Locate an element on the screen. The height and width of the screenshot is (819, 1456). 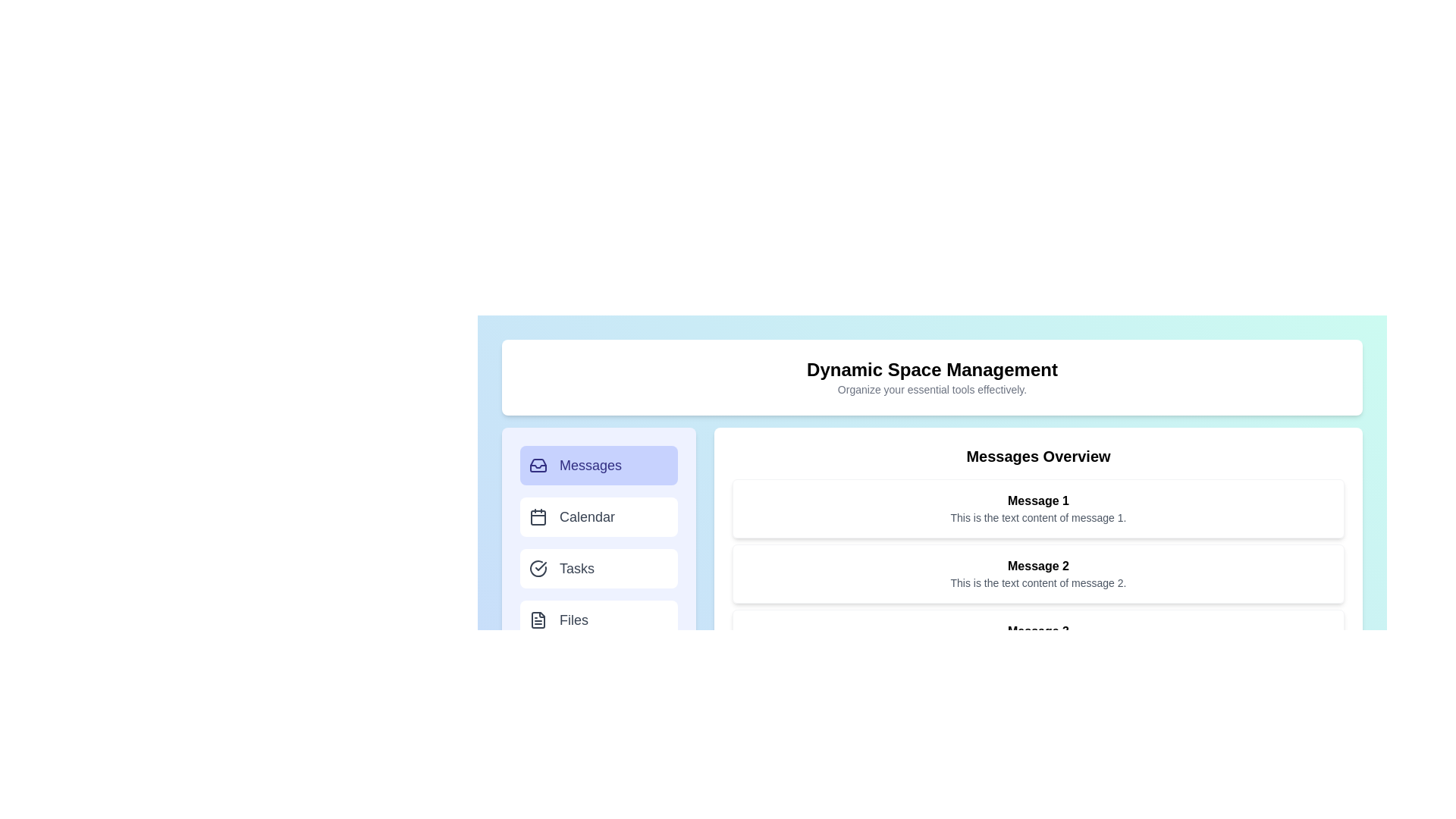
the third informational card located below 'Message 1' and 'Message 2' in the list is located at coordinates (1037, 639).